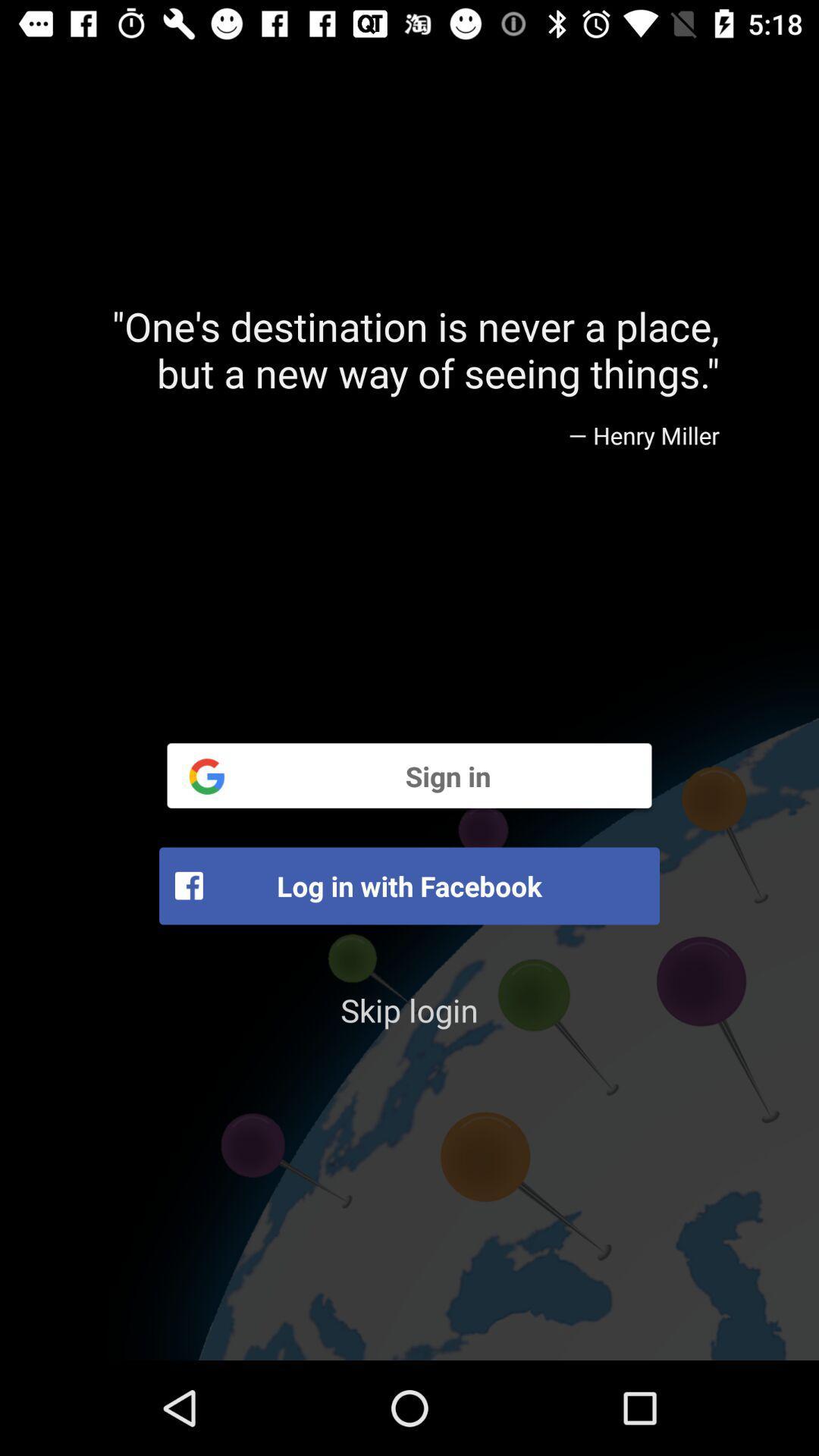 This screenshot has width=819, height=1456. What do you see at coordinates (409, 1009) in the screenshot?
I see `the item below the log in with icon` at bounding box center [409, 1009].